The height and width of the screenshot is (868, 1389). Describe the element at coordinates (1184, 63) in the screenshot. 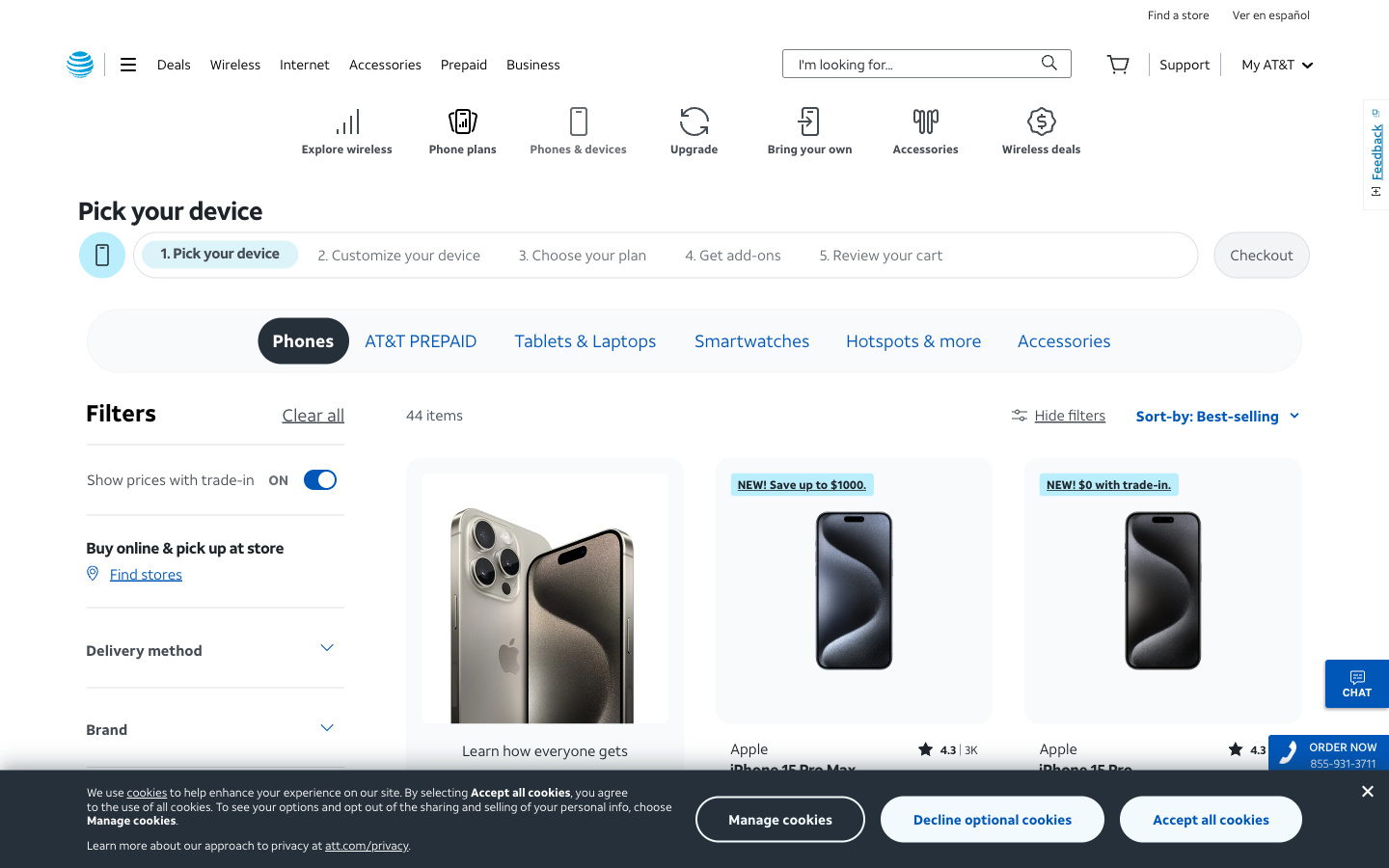

I see `Check the support section` at that location.